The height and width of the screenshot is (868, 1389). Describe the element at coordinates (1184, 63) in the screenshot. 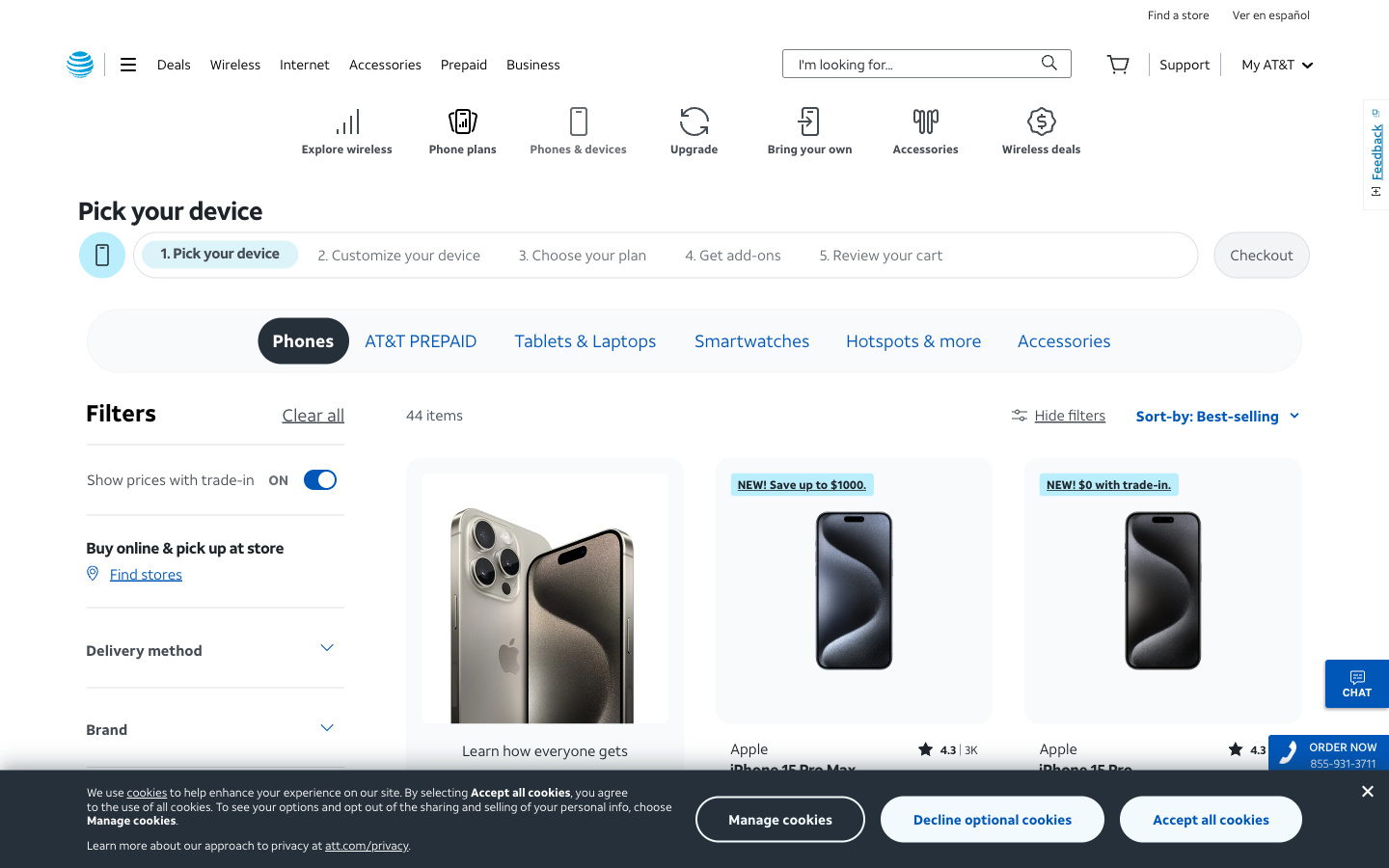

I see `Check the support section` at that location.